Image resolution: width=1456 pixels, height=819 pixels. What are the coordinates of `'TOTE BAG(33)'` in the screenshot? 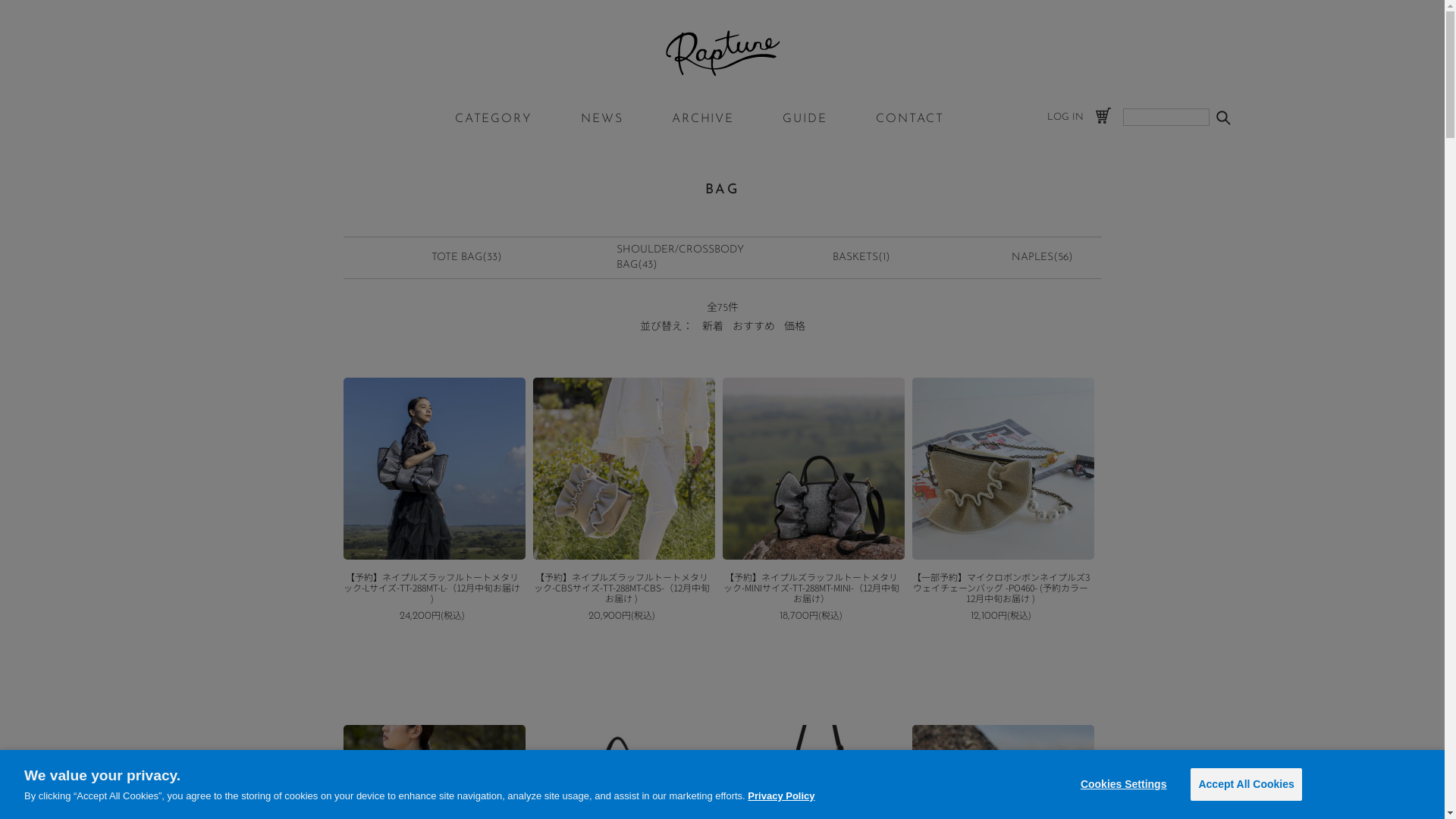 It's located at (466, 256).